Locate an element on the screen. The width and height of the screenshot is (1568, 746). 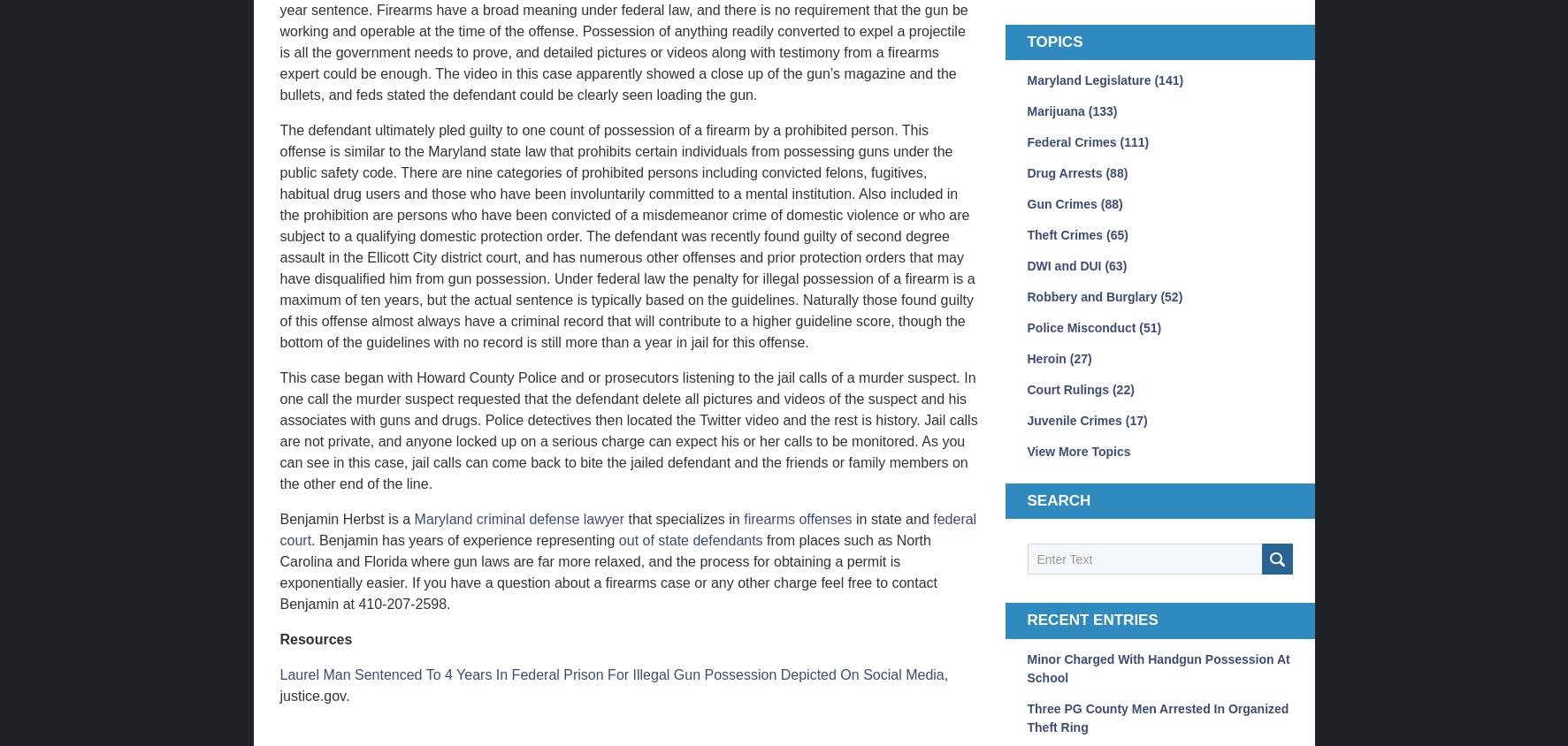
'(133)' is located at coordinates (1101, 110).